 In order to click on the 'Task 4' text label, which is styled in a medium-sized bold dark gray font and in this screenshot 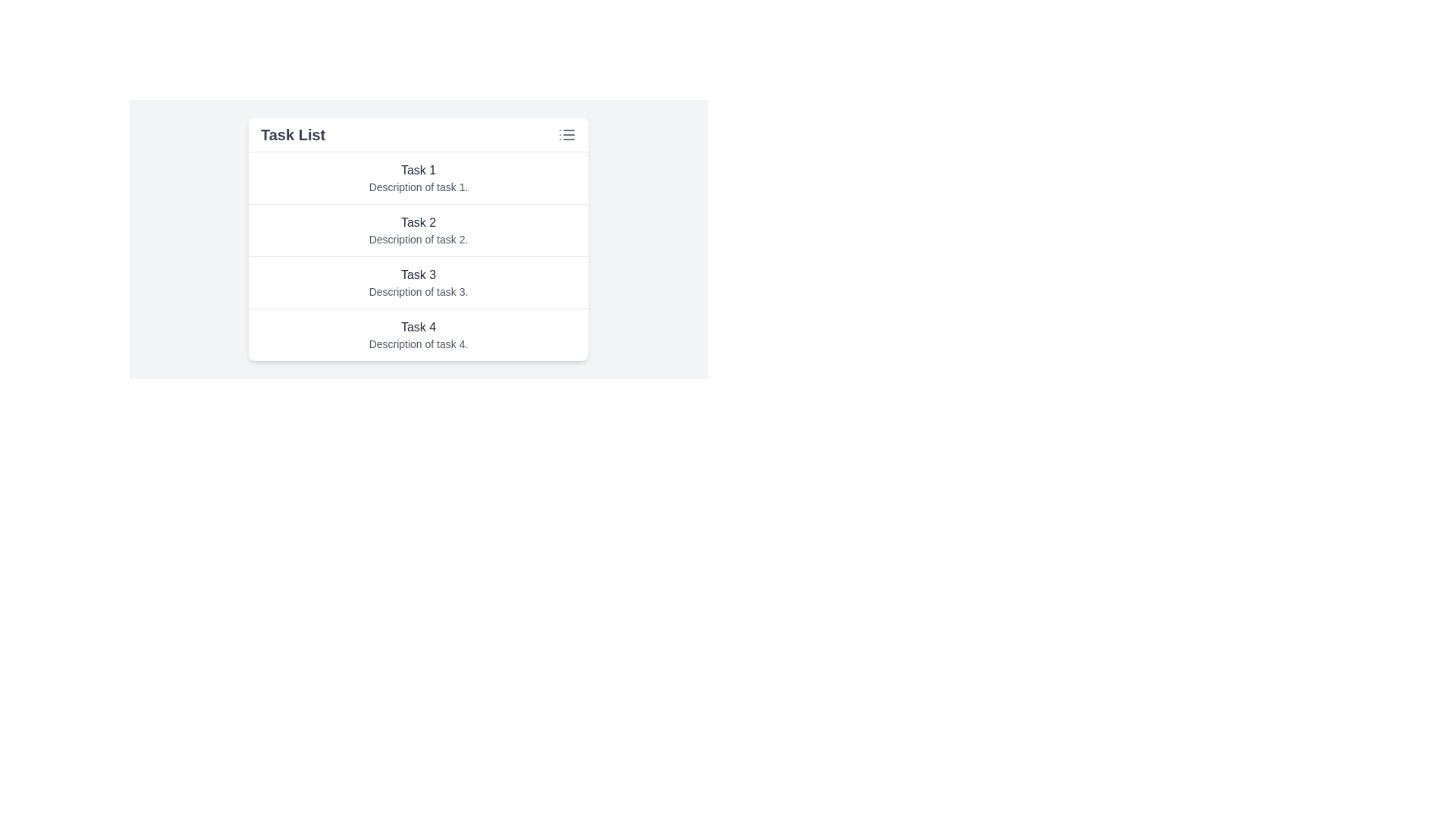, I will do `click(419, 327)`.